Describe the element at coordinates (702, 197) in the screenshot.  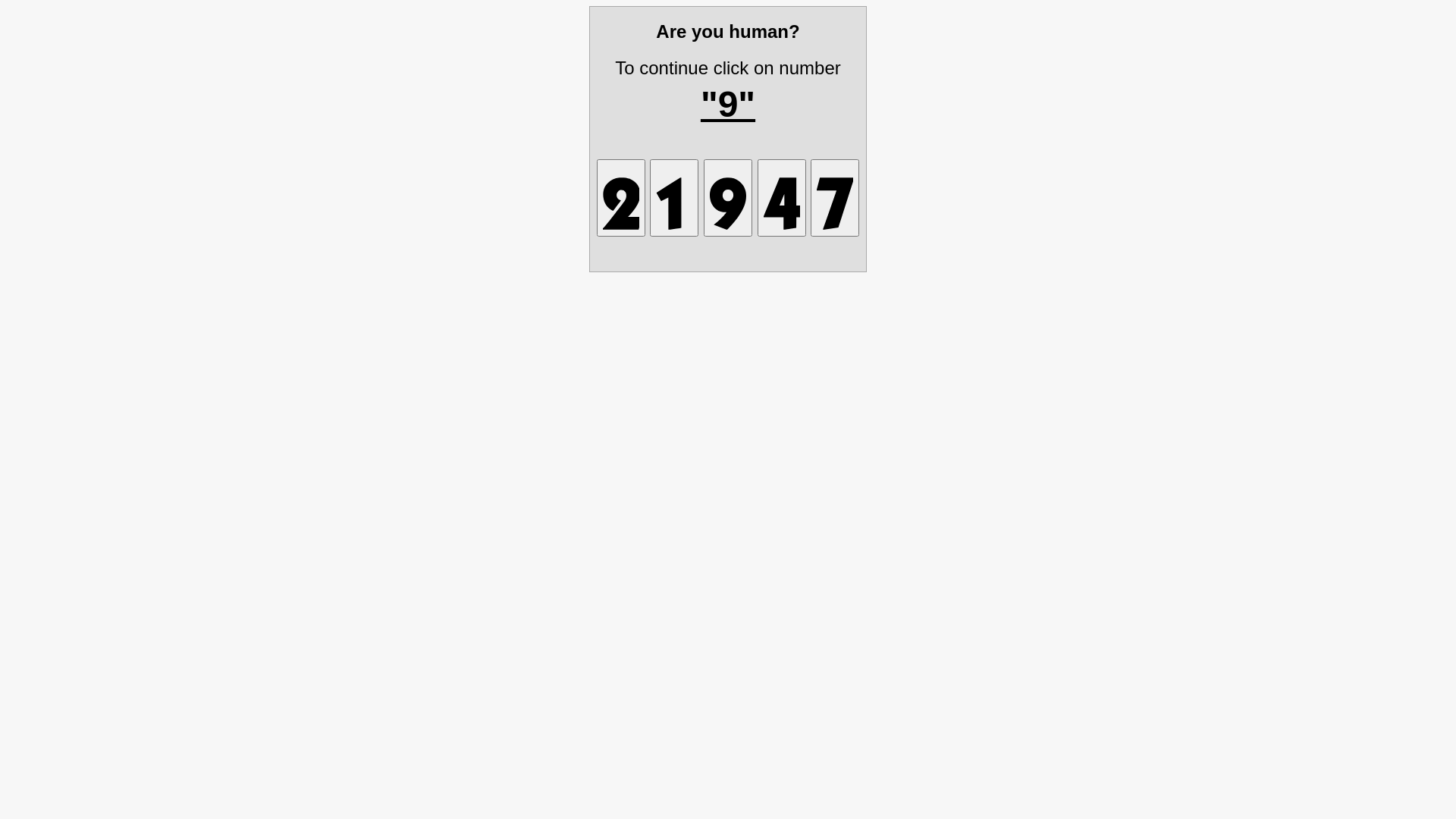
I see `'1732443118527091'` at that location.